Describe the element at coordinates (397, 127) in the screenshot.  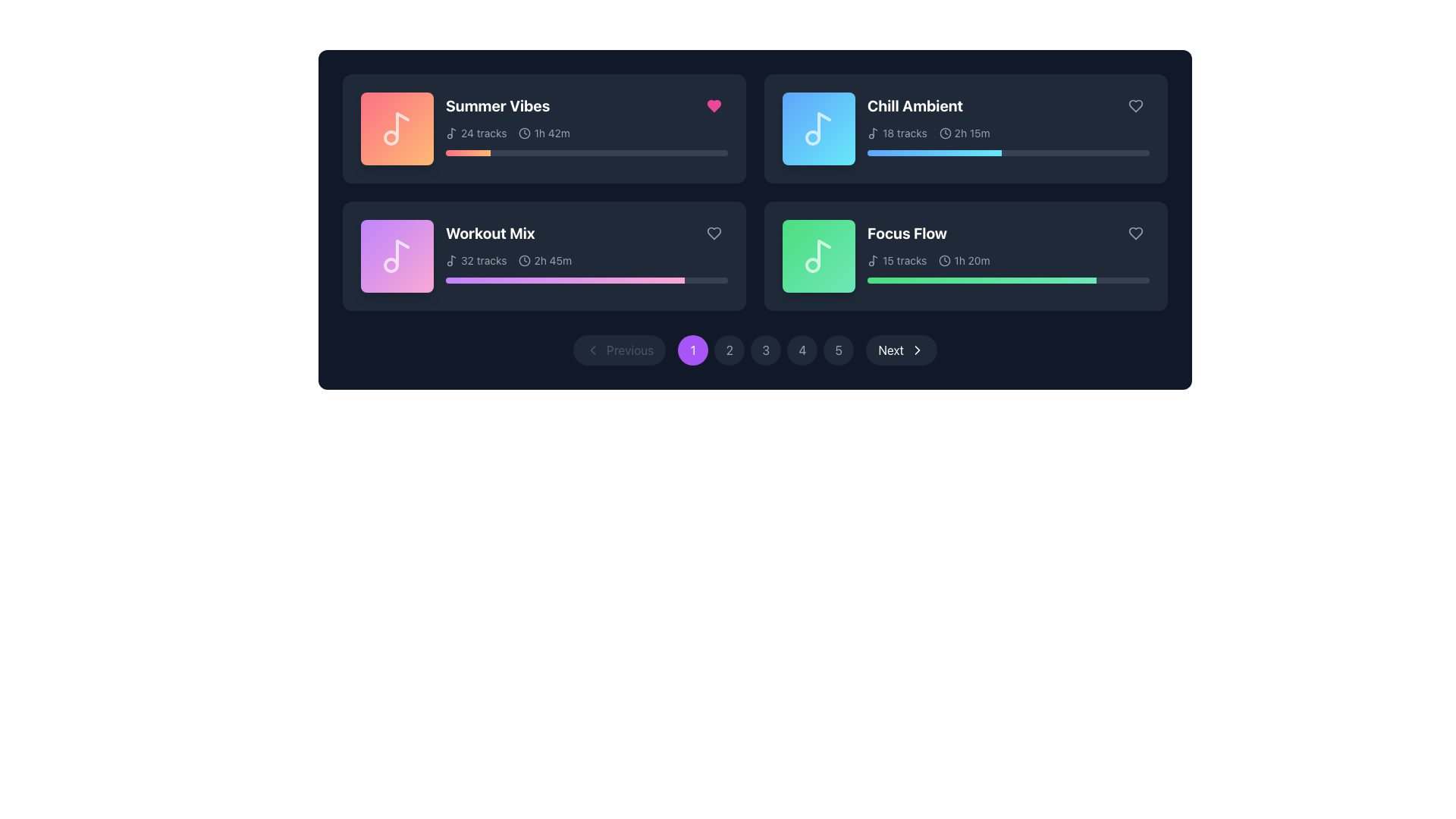
I see `the music-related card icon located in the top-left corner of the grid` at that location.